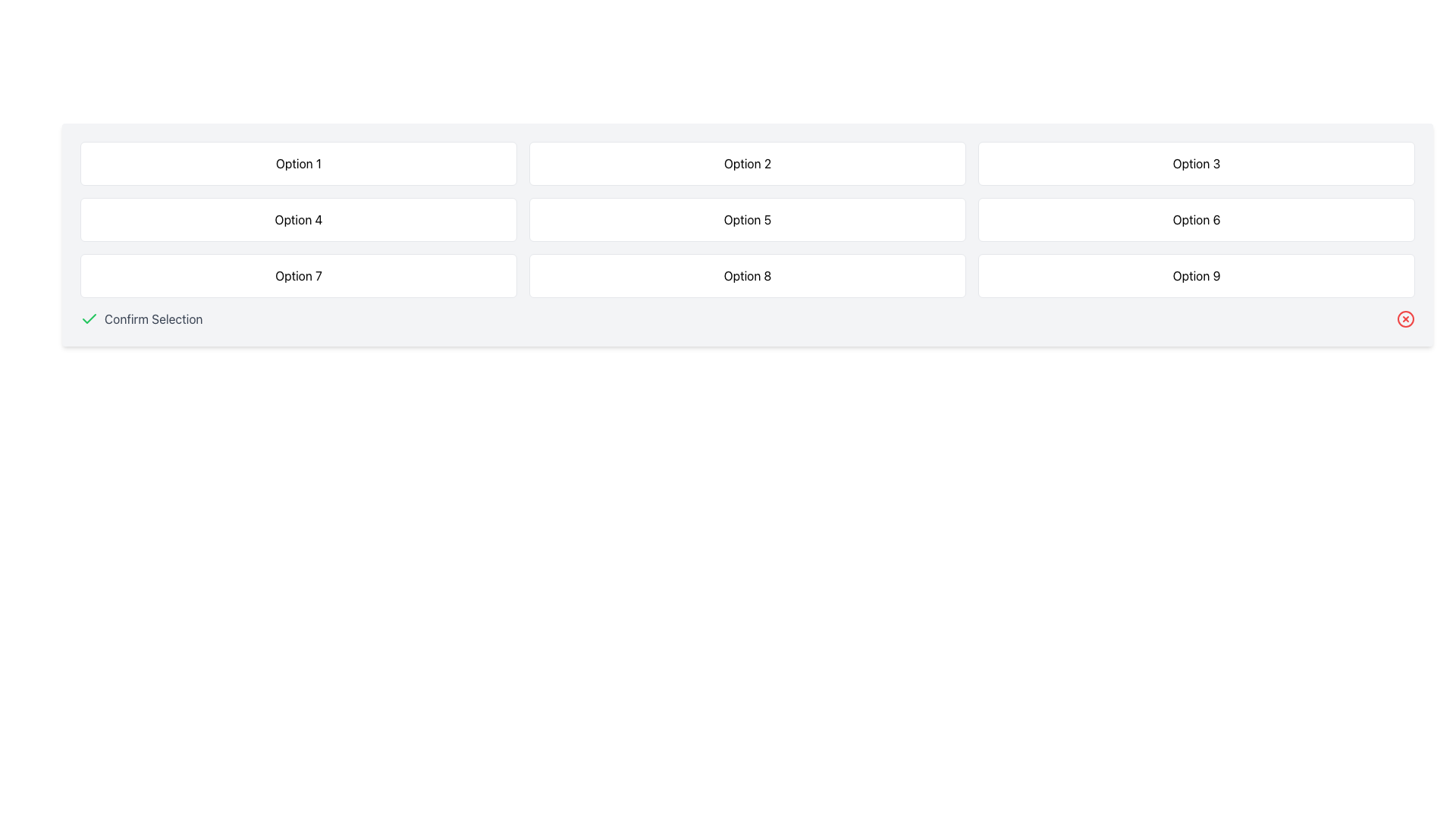  I want to click on the Card-like selectable button labeled 'Option 7' which is located in the third row and first column of a 3x3 grid layout, so click(298, 275).